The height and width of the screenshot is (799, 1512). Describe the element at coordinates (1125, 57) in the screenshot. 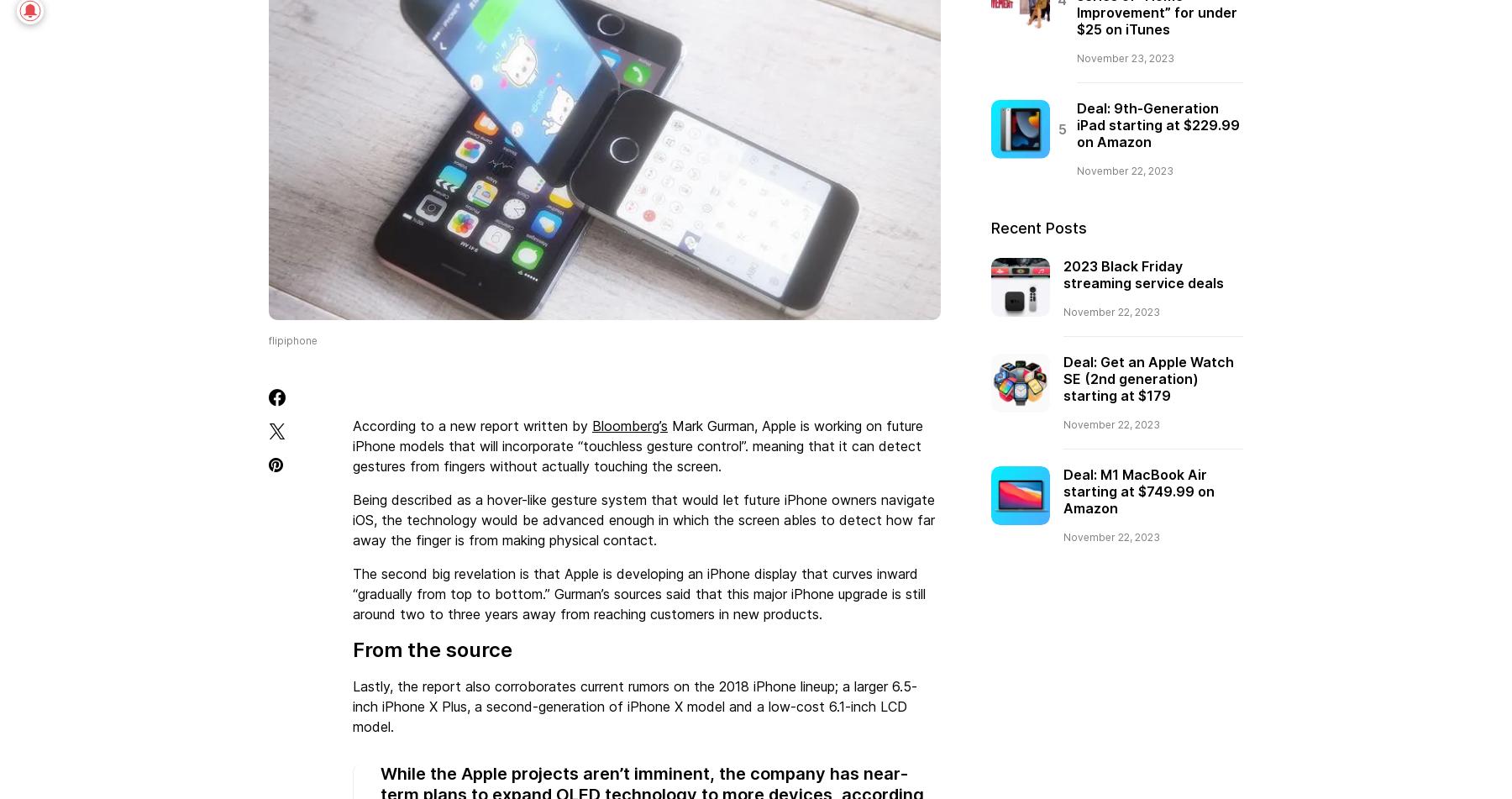

I see `'November 23, 2023'` at that location.